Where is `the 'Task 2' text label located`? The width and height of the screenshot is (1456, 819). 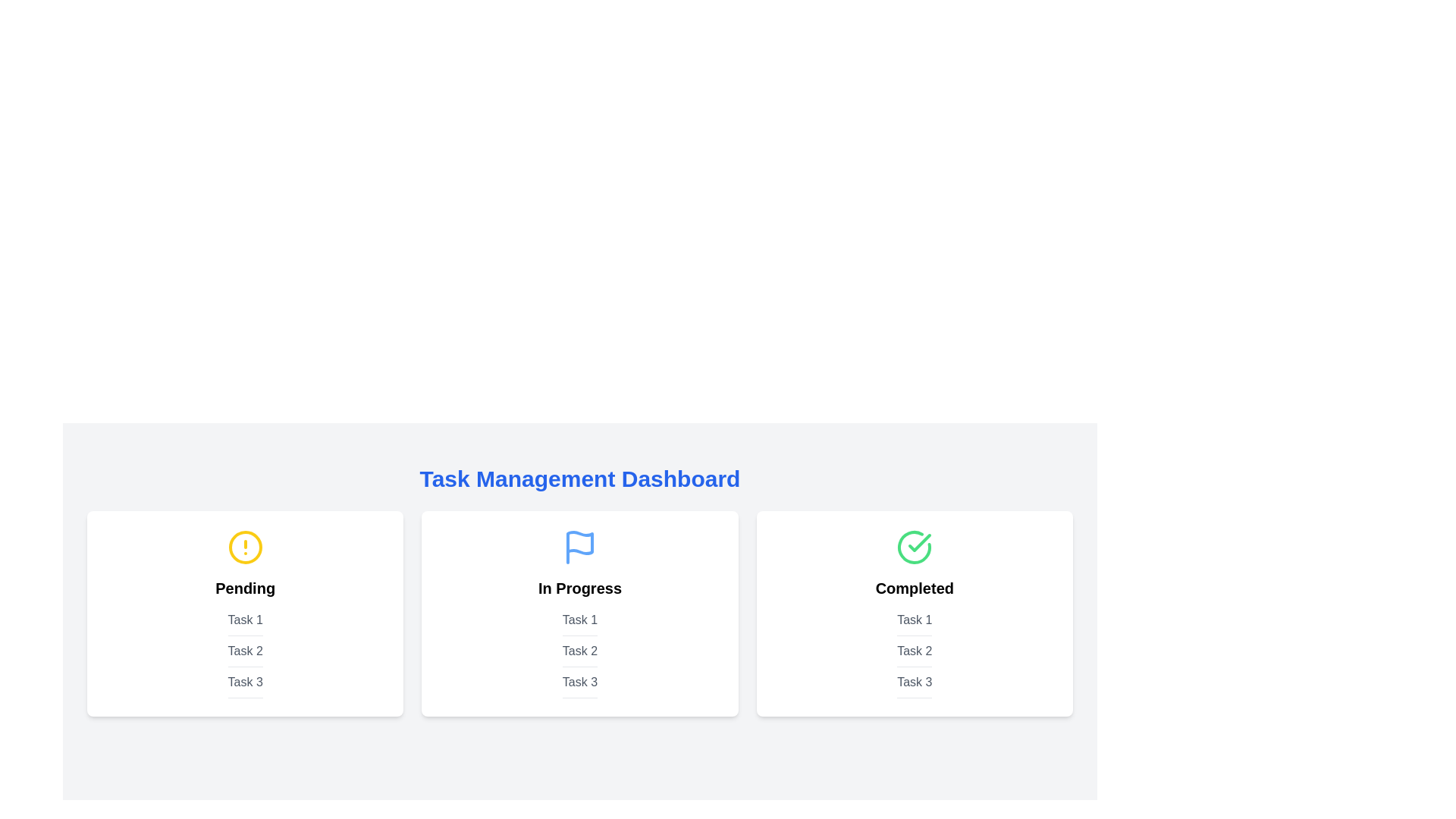 the 'Task 2' text label located is located at coordinates (914, 654).